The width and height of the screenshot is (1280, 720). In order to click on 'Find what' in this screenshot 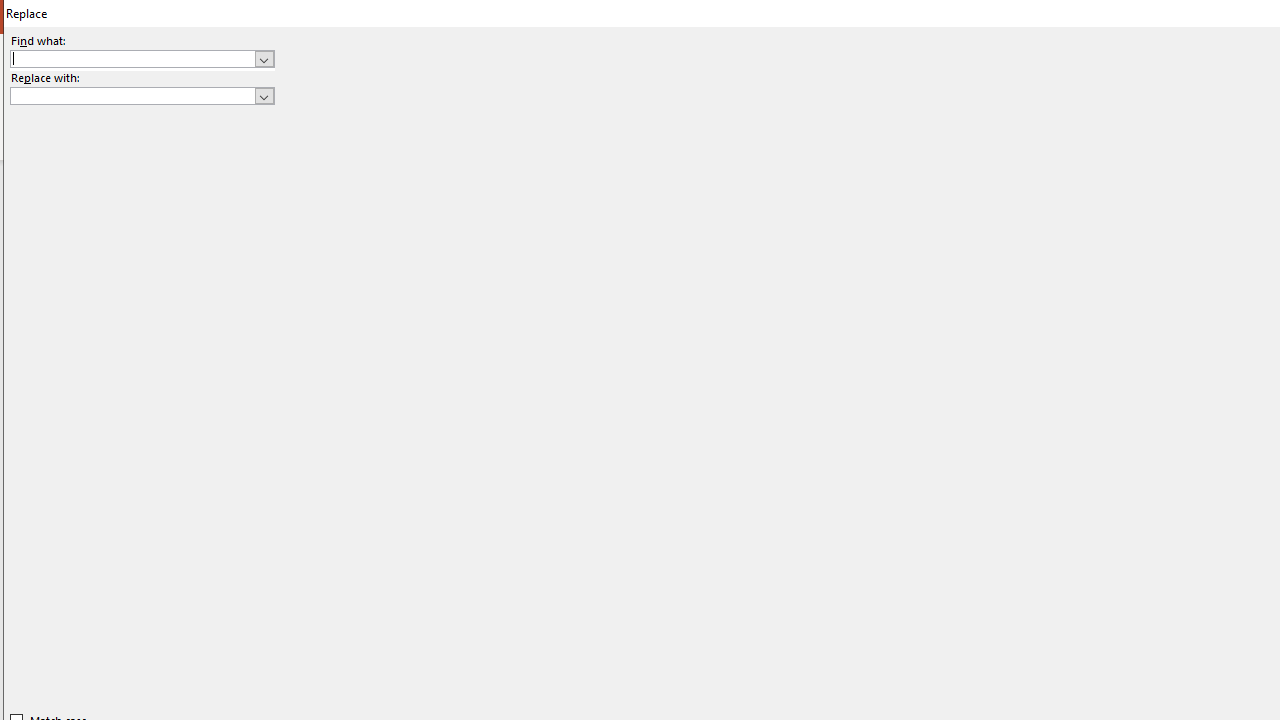, I will do `click(141, 57)`.